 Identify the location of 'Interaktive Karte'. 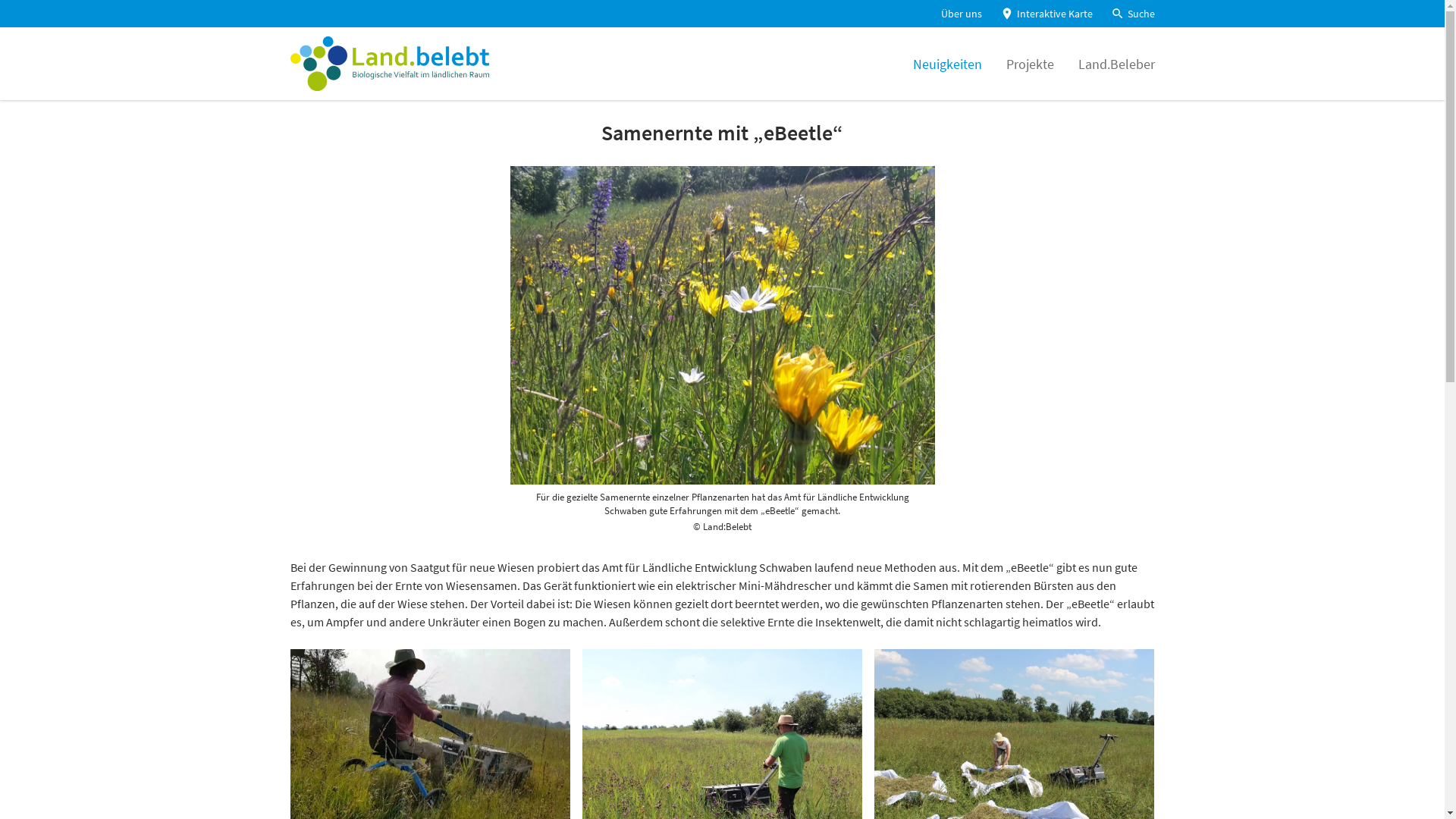
(1044, 14).